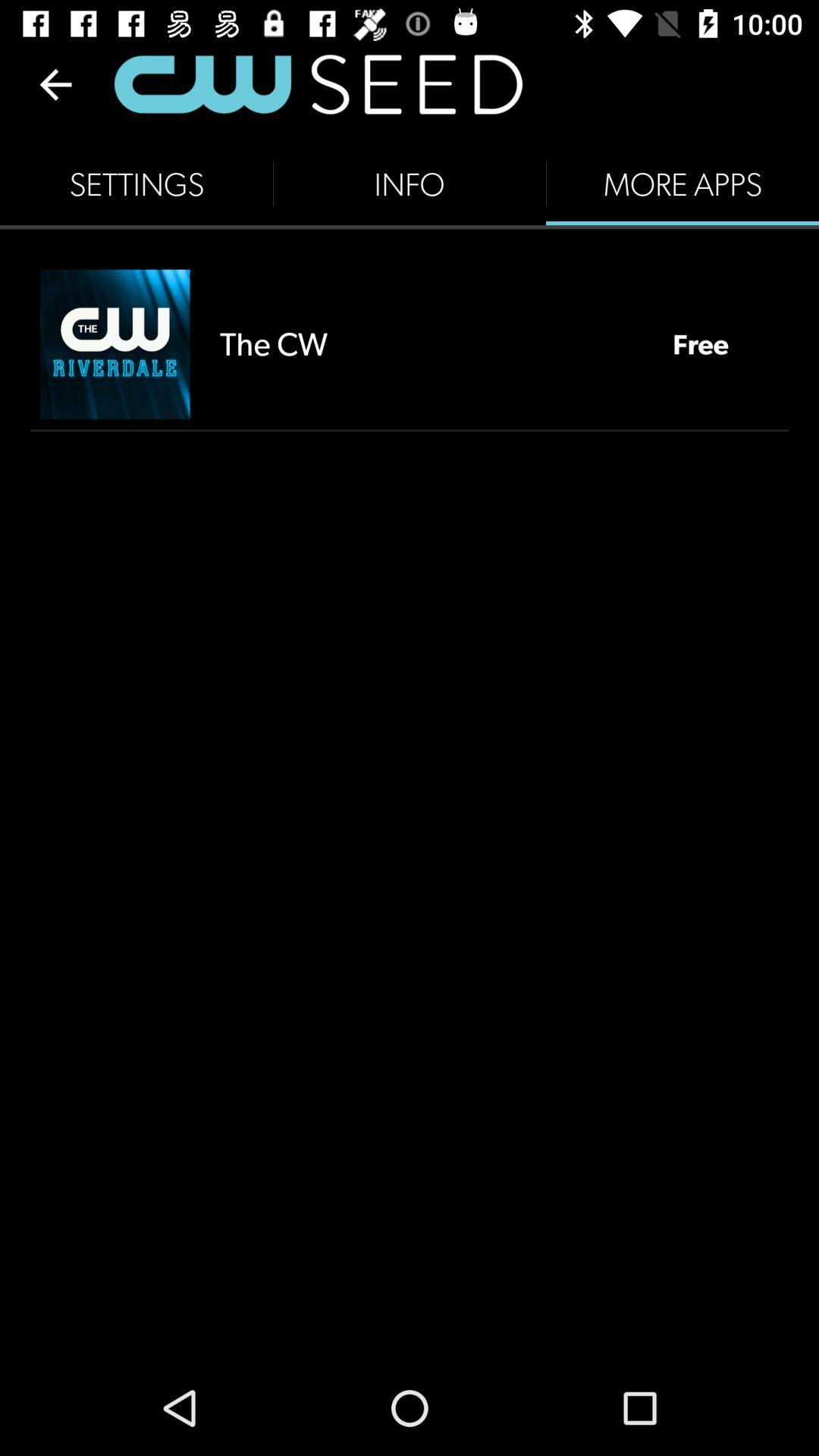 The image size is (819, 1456). Describe the element at coordinates (681, 184) in the screenshot. I see `icon next to info icon` at that location.